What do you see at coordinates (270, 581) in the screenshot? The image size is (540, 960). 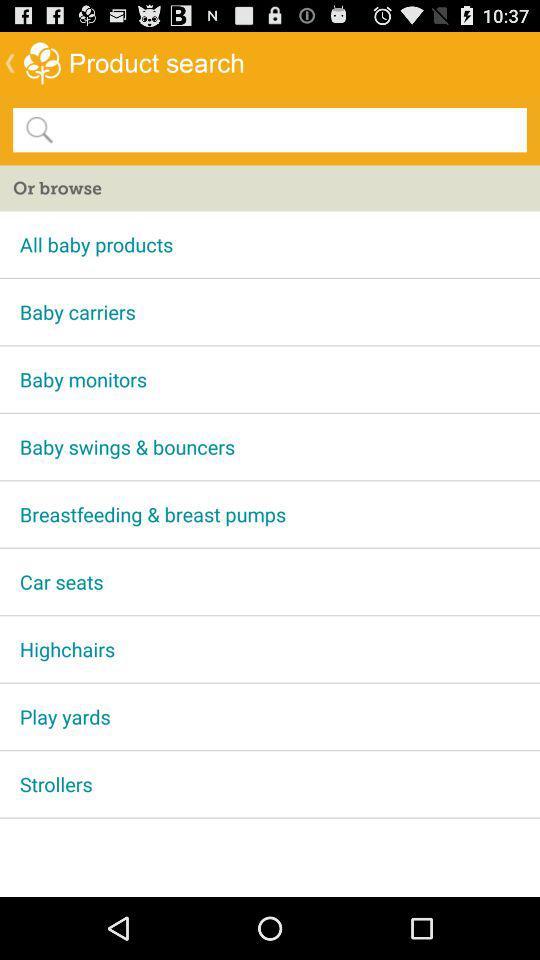 I see `icon below the breastfeeding & breast pumps item` at bounding box center [270, 581].